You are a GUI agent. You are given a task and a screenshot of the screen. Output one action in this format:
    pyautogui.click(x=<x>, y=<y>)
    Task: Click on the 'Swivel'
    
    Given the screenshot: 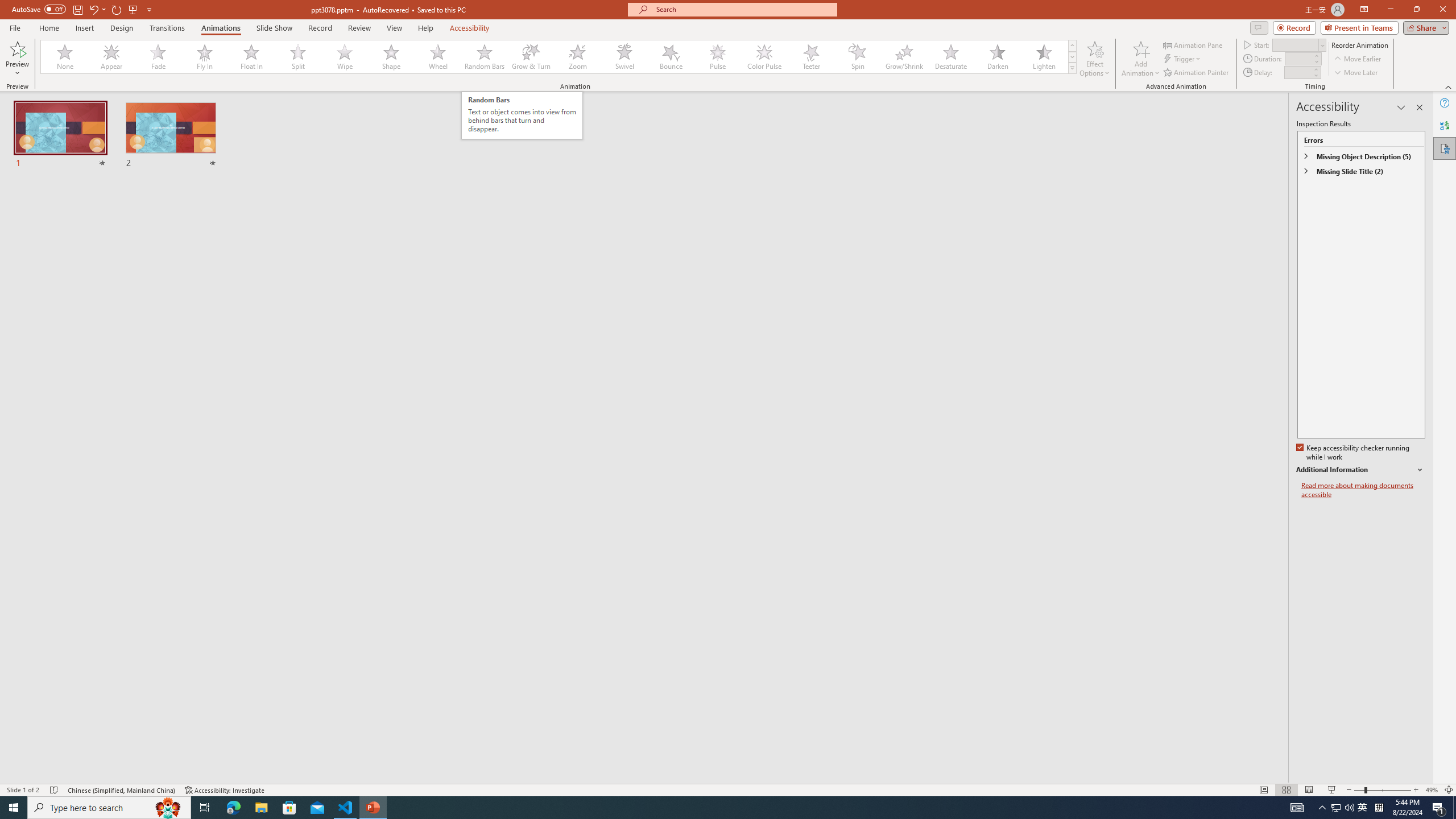 What is the action you would take?
    pyautogui.click(x=624, y=56)
    